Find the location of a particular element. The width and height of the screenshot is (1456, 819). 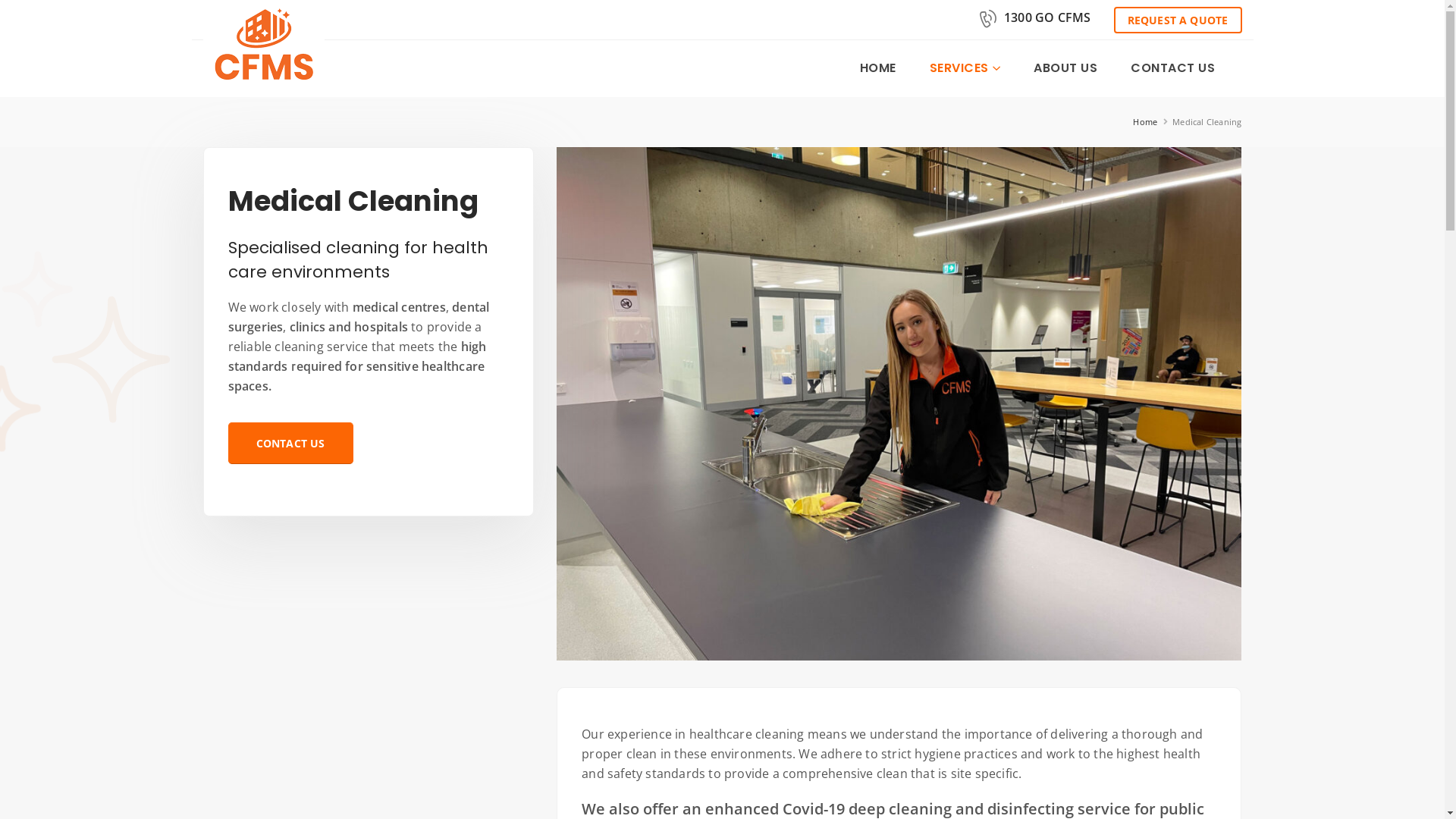

'ABOUT US' is located at coordinates (1018, 67).